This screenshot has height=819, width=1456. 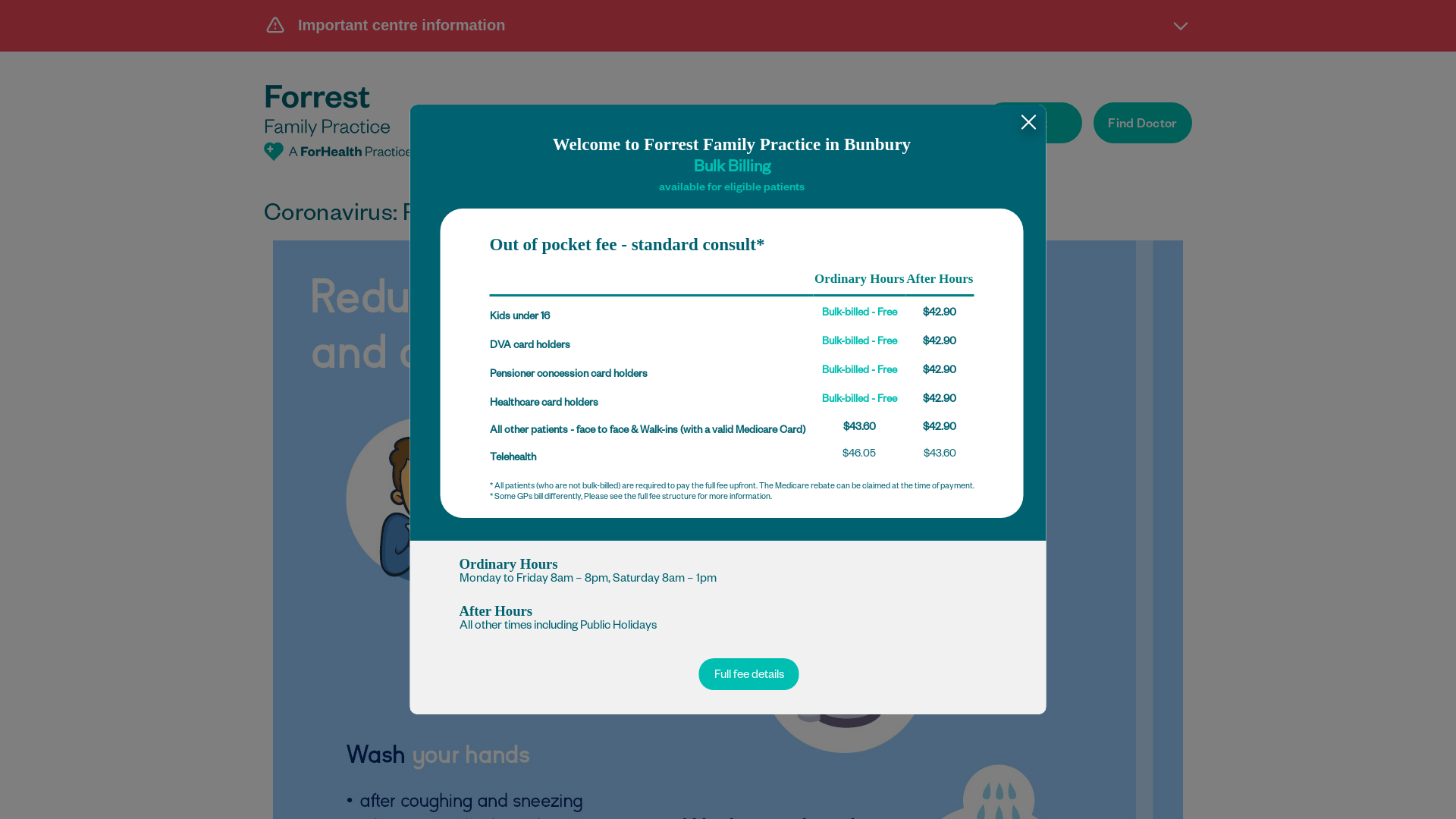 What do you see at coordinates (298, 25) in the screenshot?
I see `'Important centre information'` at bounding box center [298, 25].